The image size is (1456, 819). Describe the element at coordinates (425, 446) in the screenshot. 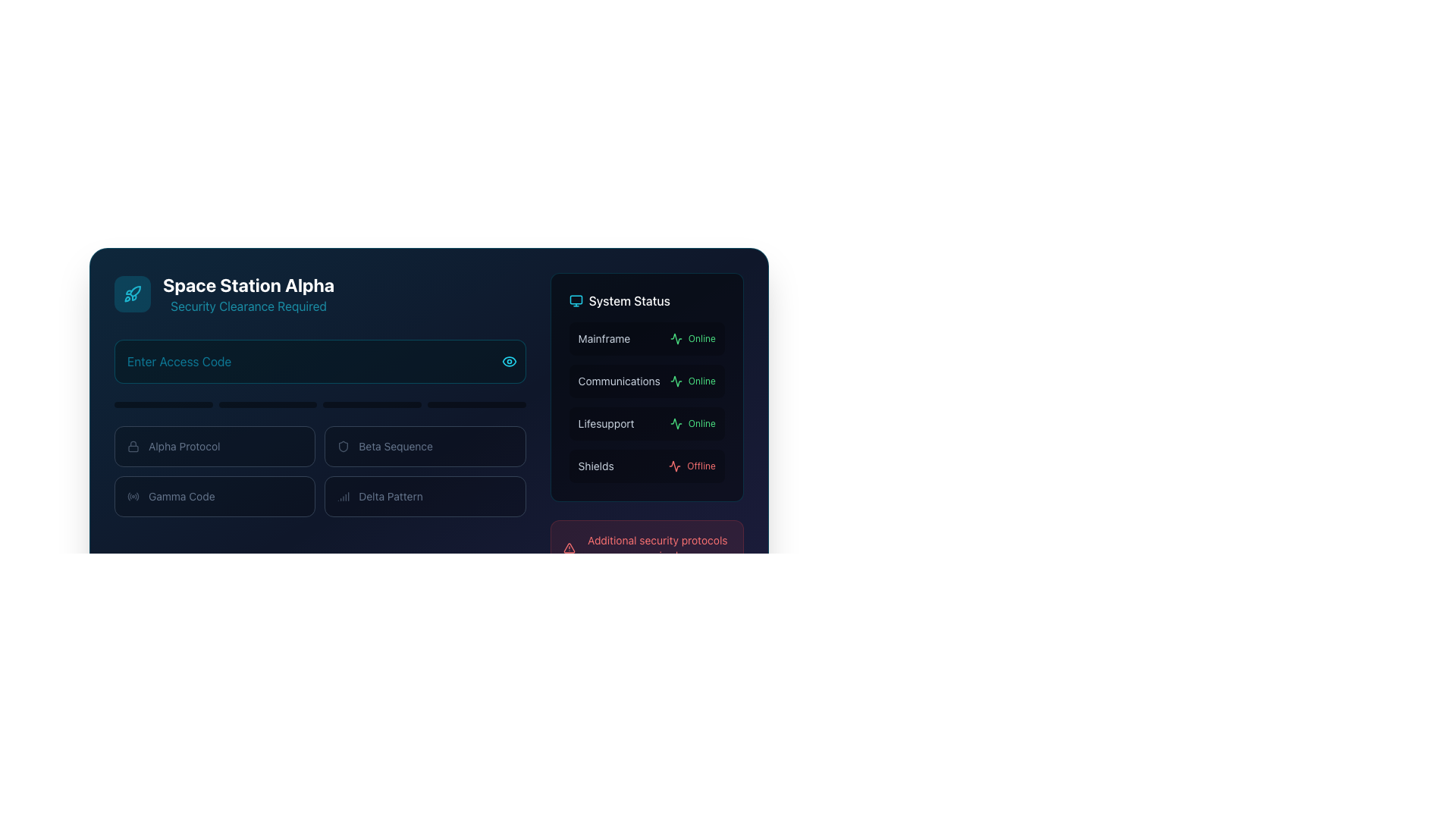

I see `the 'Beta Sequence' label with icon, which features a light text label and a shield icon on a dark background, located in the lower left quadrant of the interface` at that location.